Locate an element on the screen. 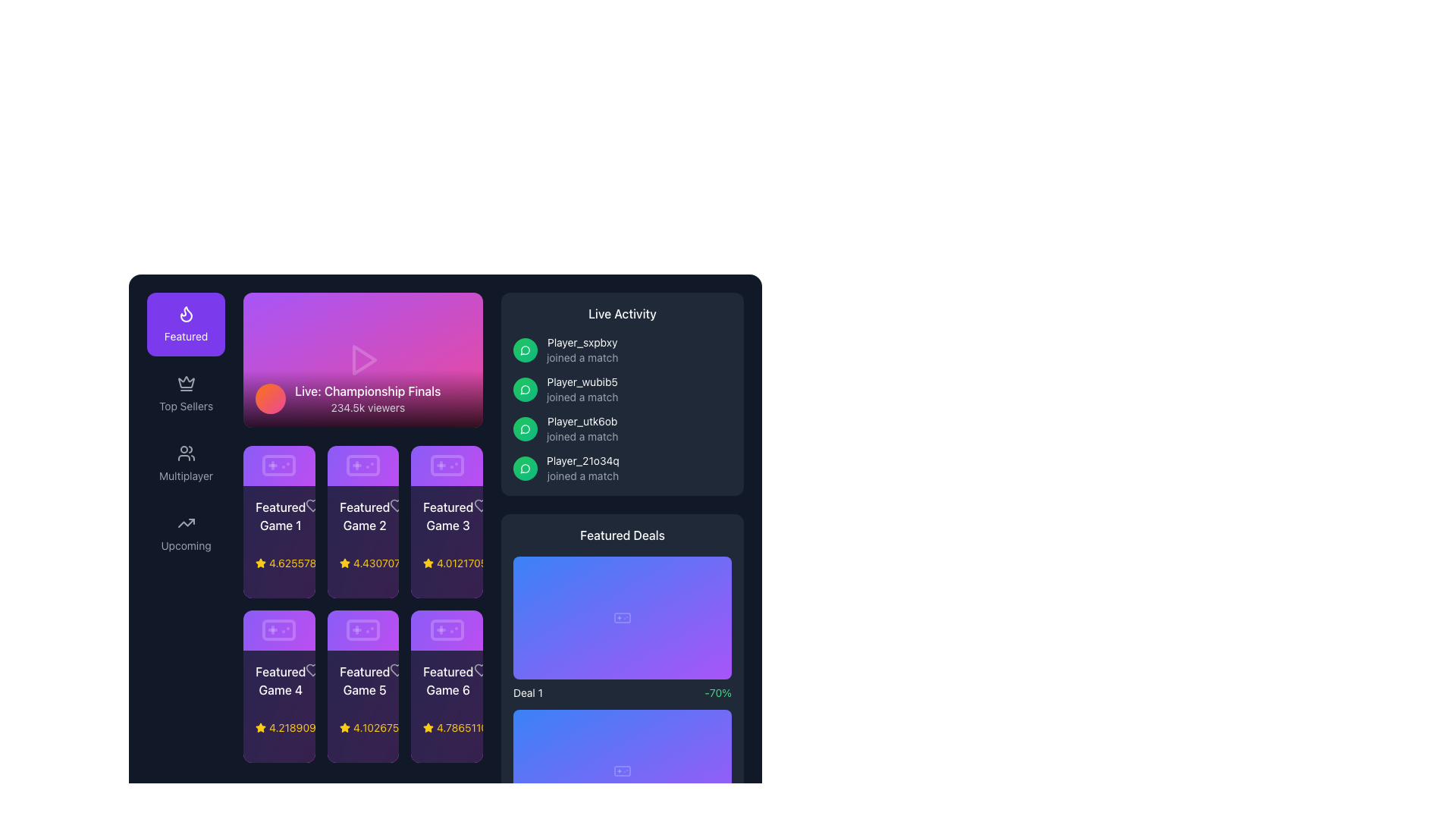  numerical rating value '4.012170588817811' displayed in yellow text next to the yellow star icon in the third rating indicator of the grid is located at coordinates (478, 563).